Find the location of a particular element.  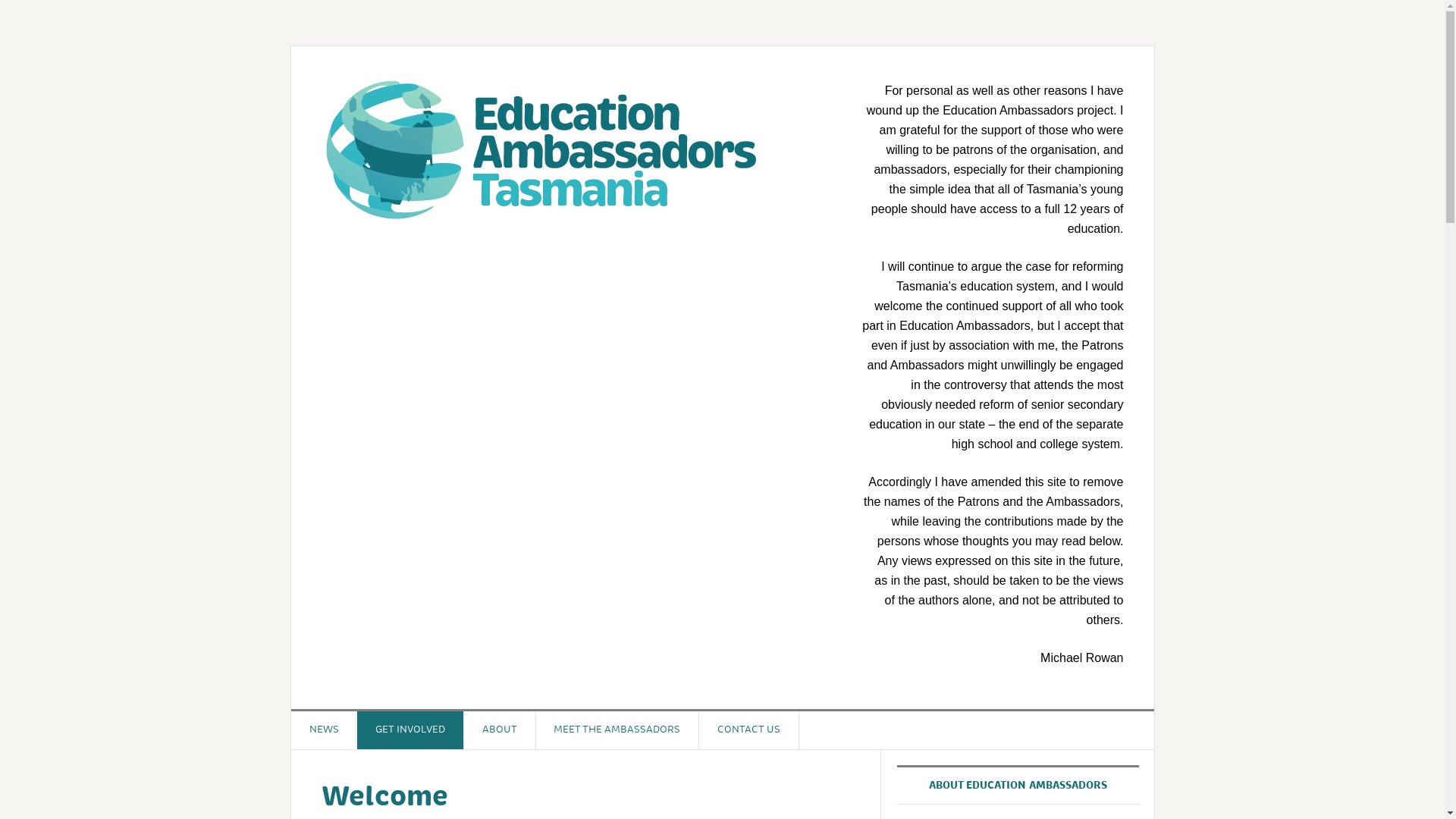

'ABOUT' is located at coordinates (463, 730).